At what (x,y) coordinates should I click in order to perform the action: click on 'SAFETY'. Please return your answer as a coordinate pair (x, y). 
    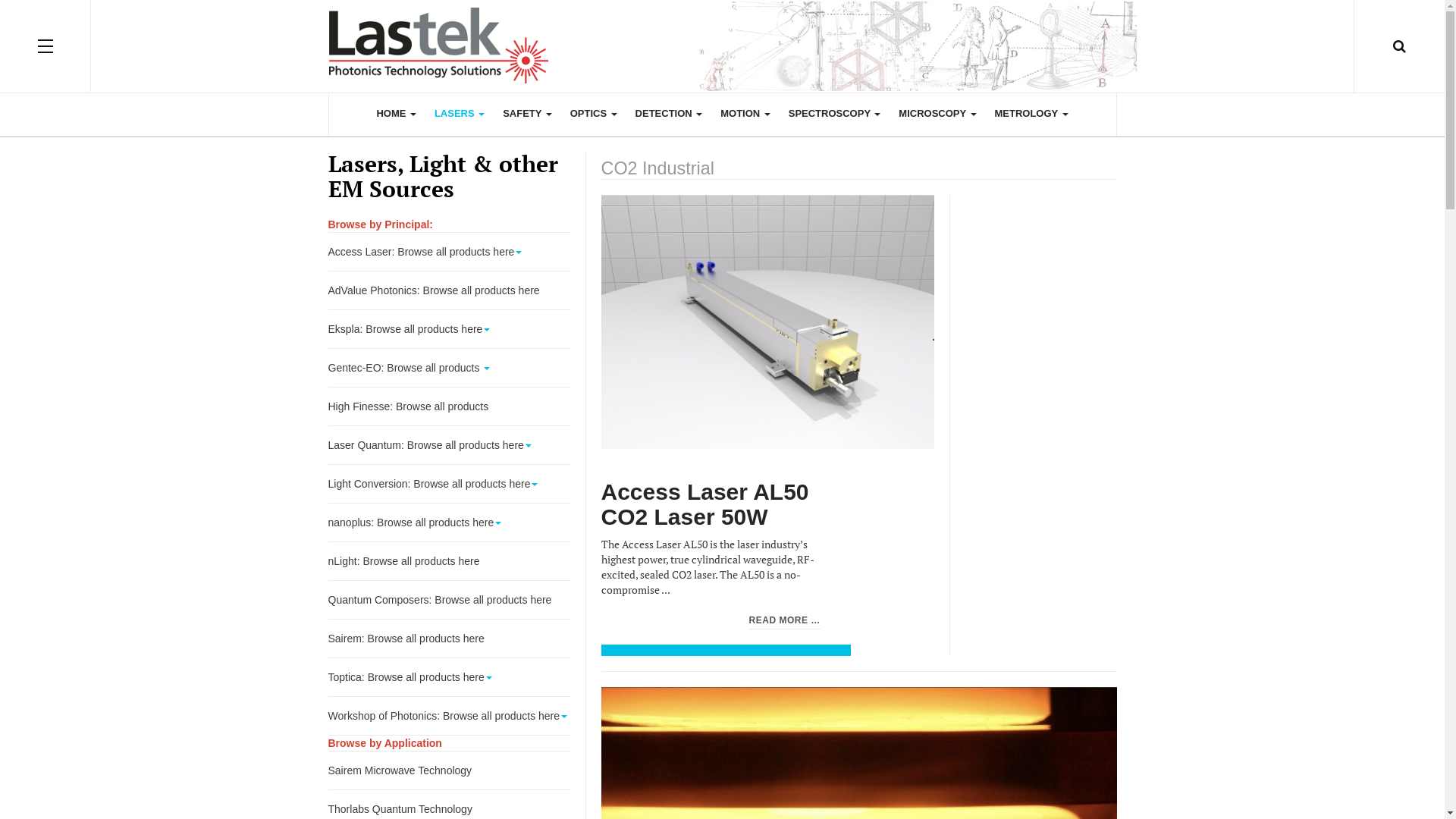
    Looking at the image, I should click on (527, 113).